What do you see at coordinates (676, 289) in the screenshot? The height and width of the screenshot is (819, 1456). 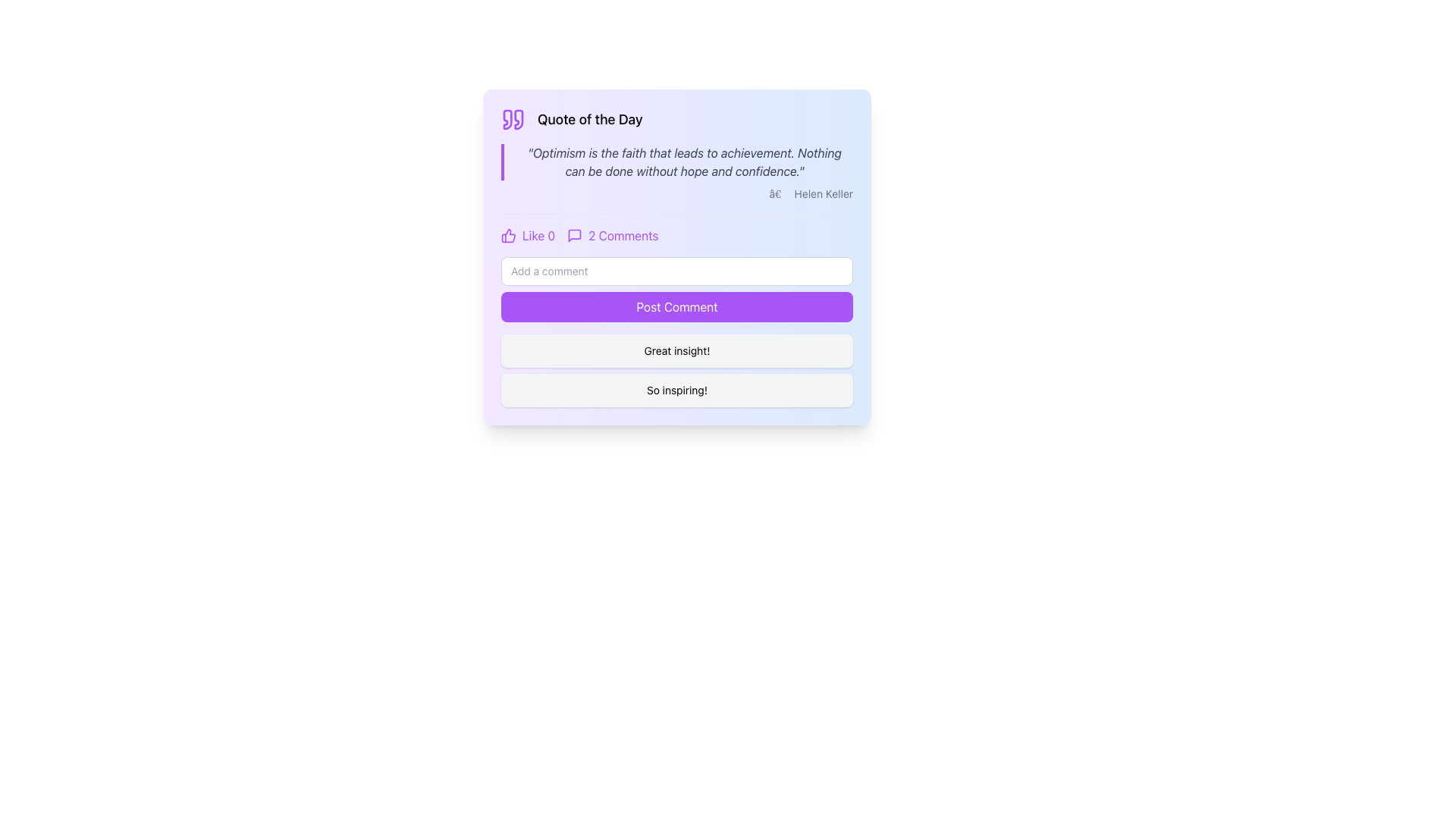 I see `the submit button located at the bottom of the comment section` at bounding box center [676, 289].